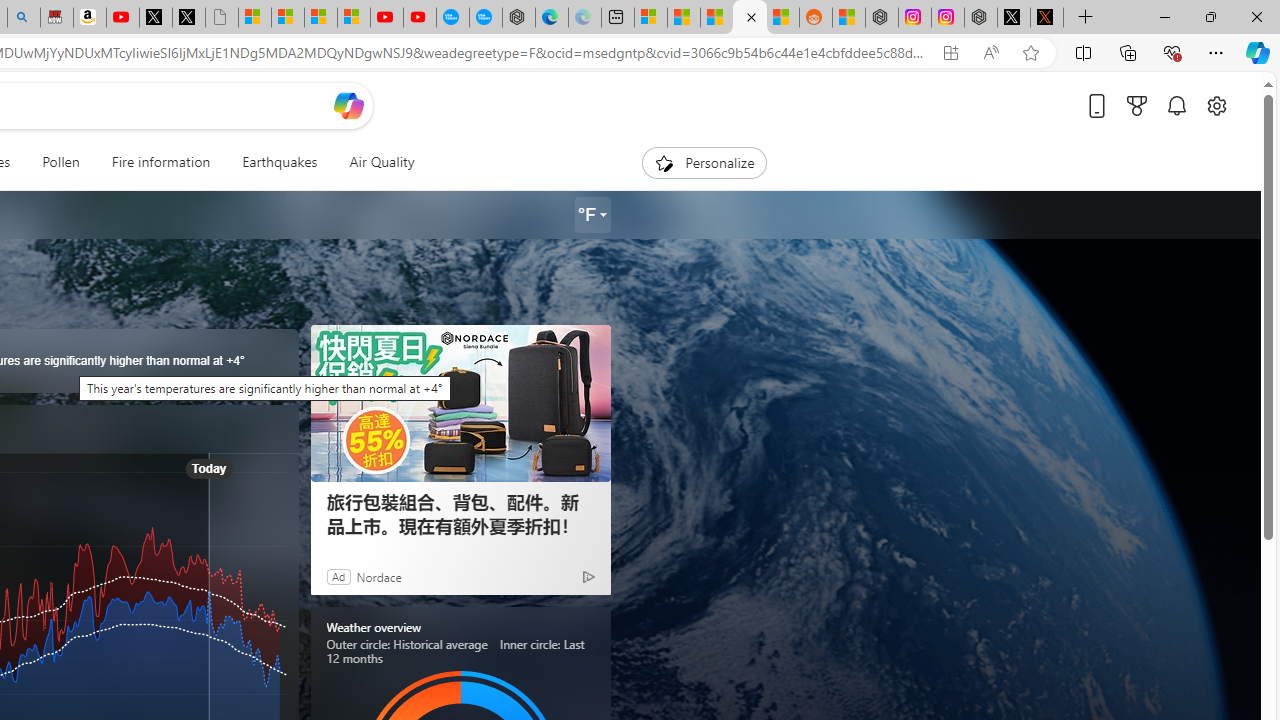 Image resolution: width=1280 pixels, height=720 pixels. What do you see at coordinates (279, 162) in the screenshot?
I see `'Earthquakes'` at bounding box center [279, 162].